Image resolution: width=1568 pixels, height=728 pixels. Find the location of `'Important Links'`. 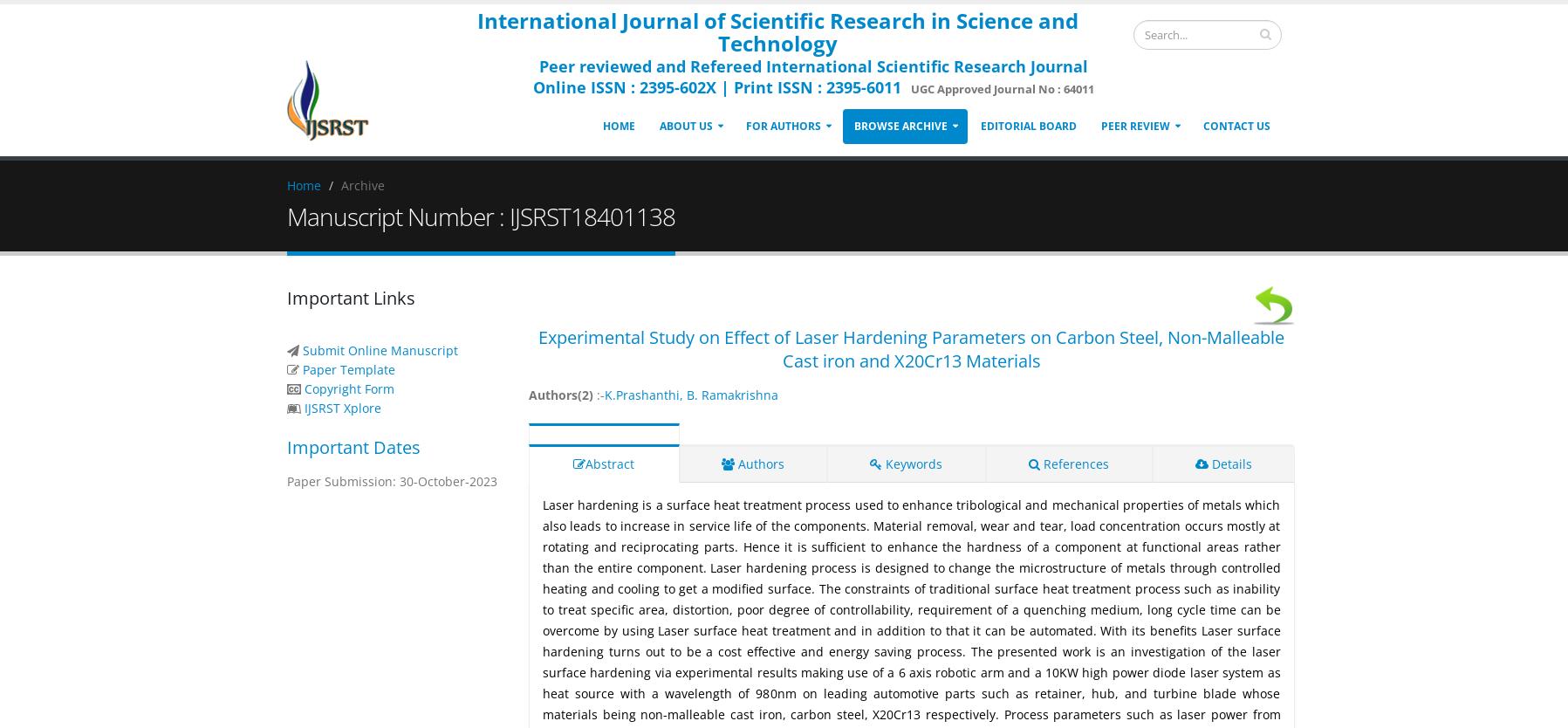

'Important Links' is located at coordinates (349, 298).